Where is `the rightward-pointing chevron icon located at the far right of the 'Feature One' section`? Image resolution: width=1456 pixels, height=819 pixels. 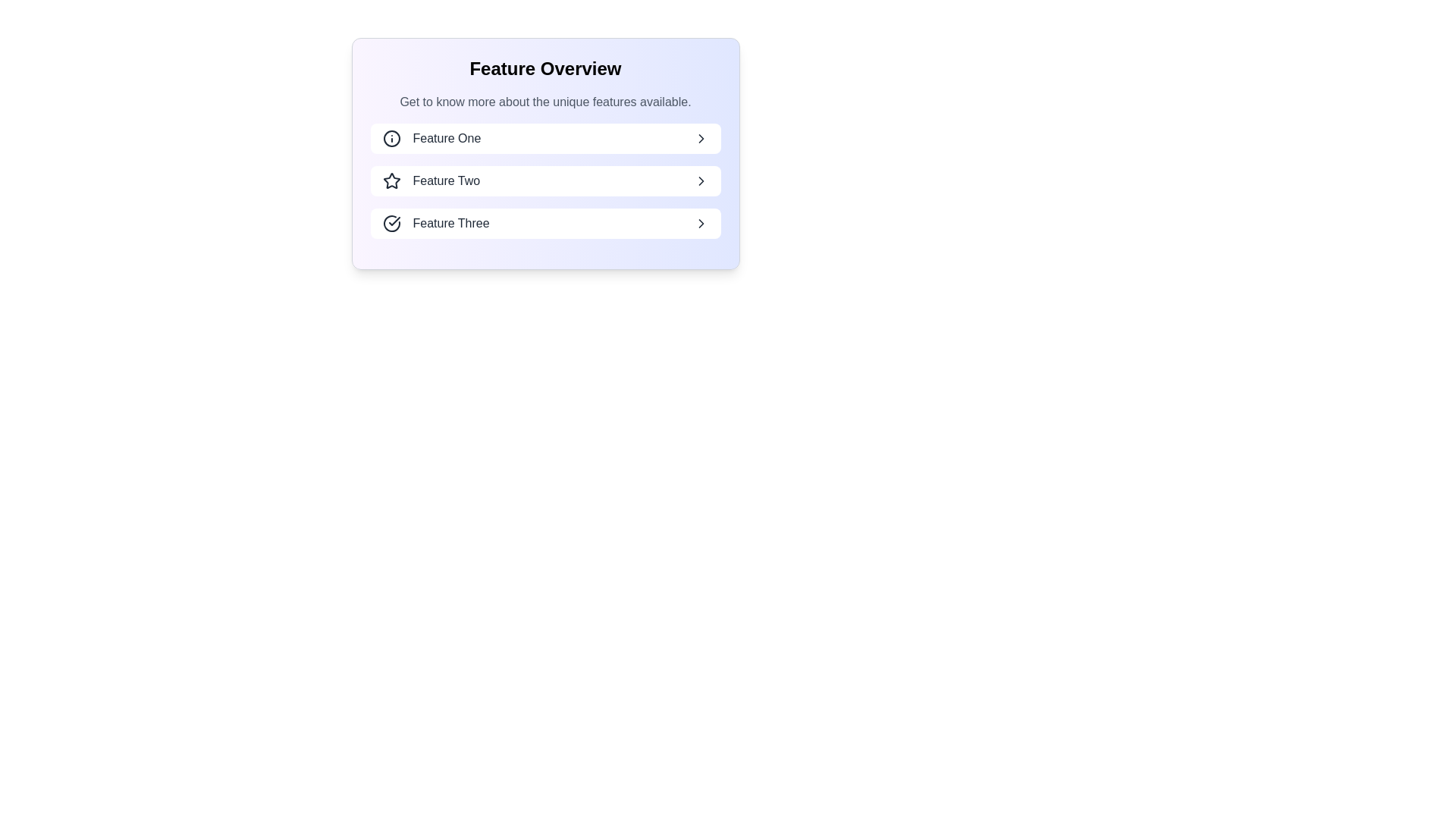
the rightward-pointing chevron icon located at the far right of the 'Feature One' section is located at coordinates (700, 138).